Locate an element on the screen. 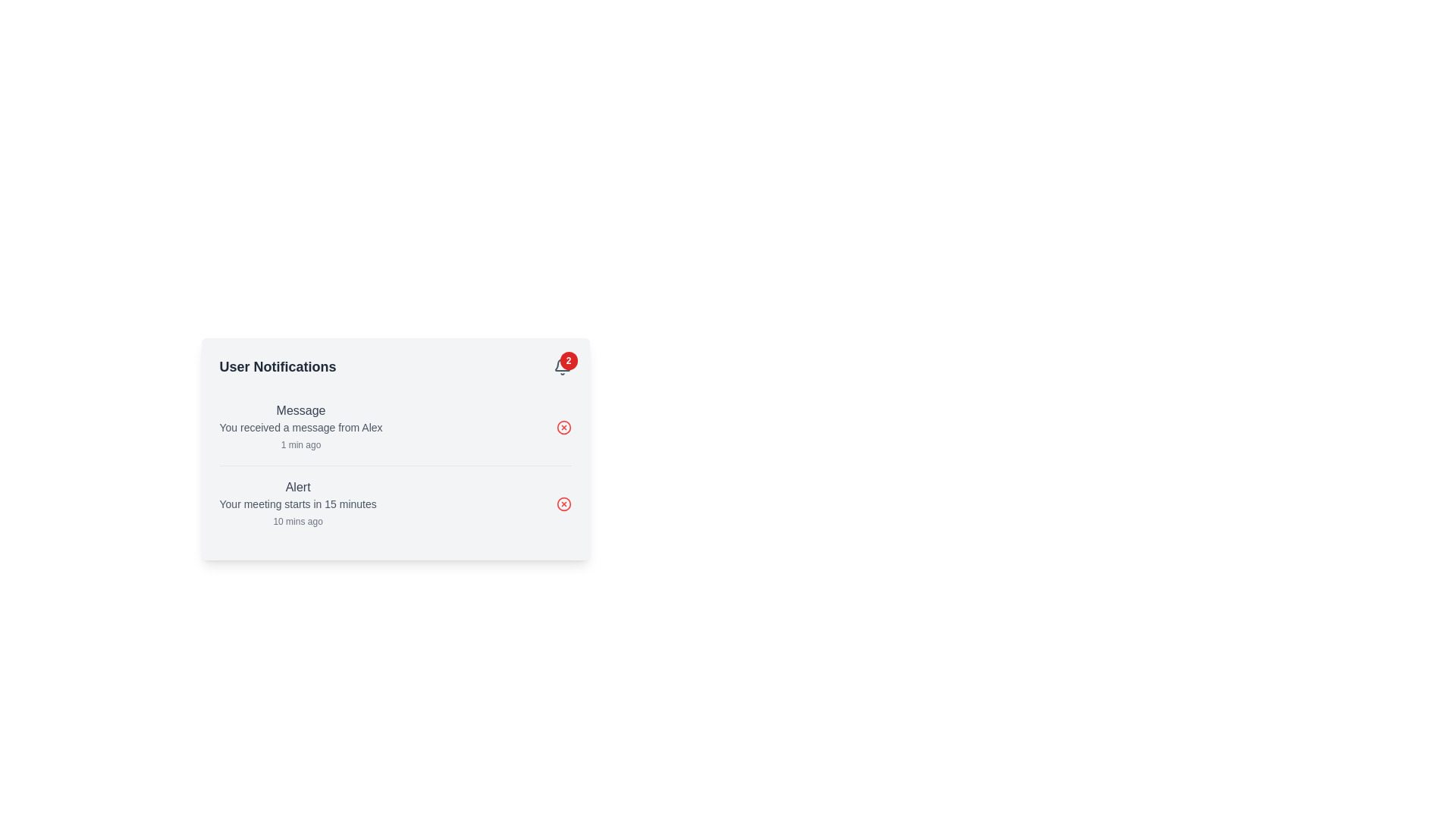 Image resolution: width=1456 pixels, height=819 pixels. the unread notifications Badge located at the top-right corner of the bell icon in the notification panel is located at coordinates (568, 360).